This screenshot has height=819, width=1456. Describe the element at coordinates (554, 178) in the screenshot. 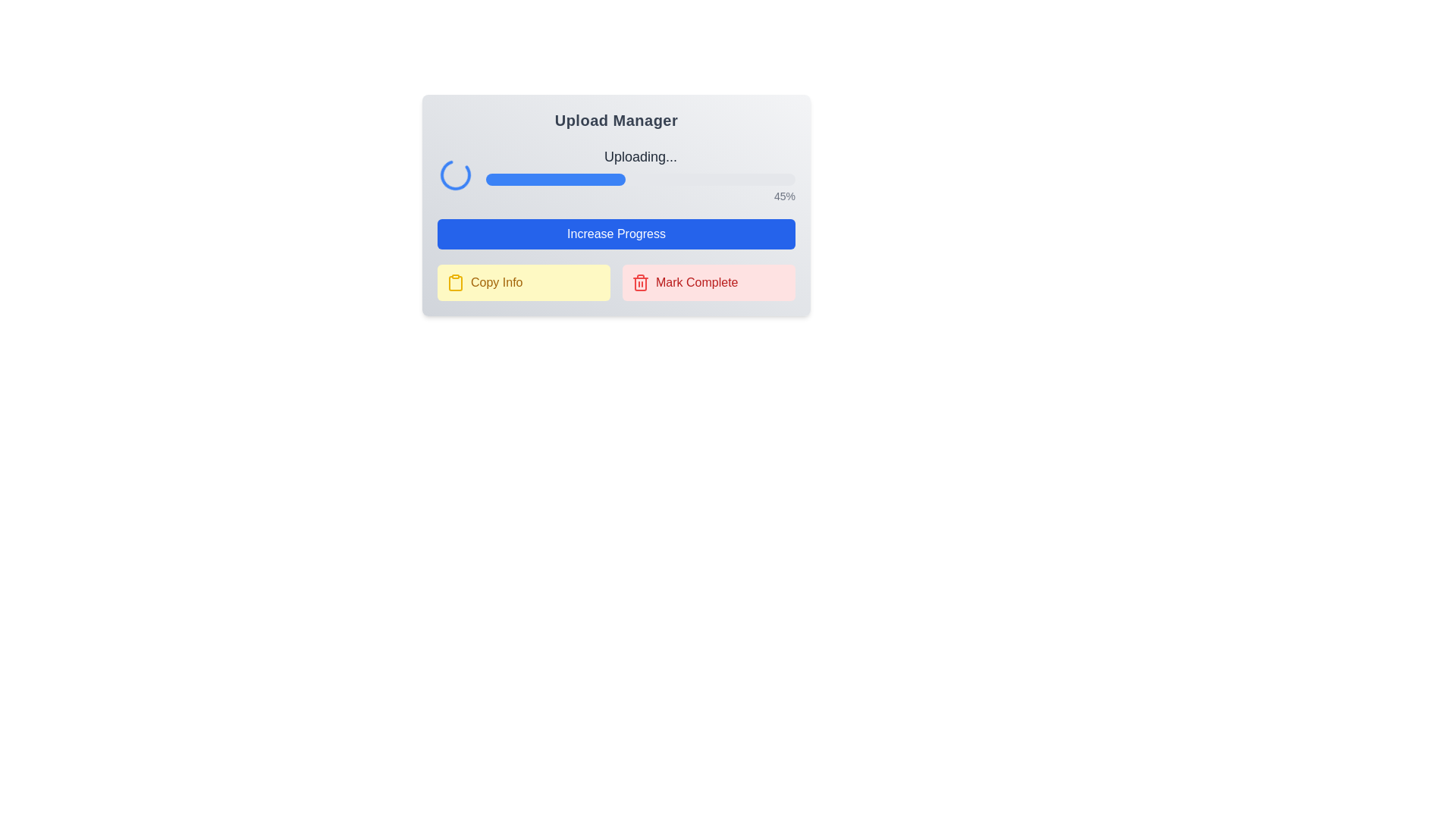

I see `the blue progress indicator in the 'Upload Manager' that shows 45% progress` at that location.